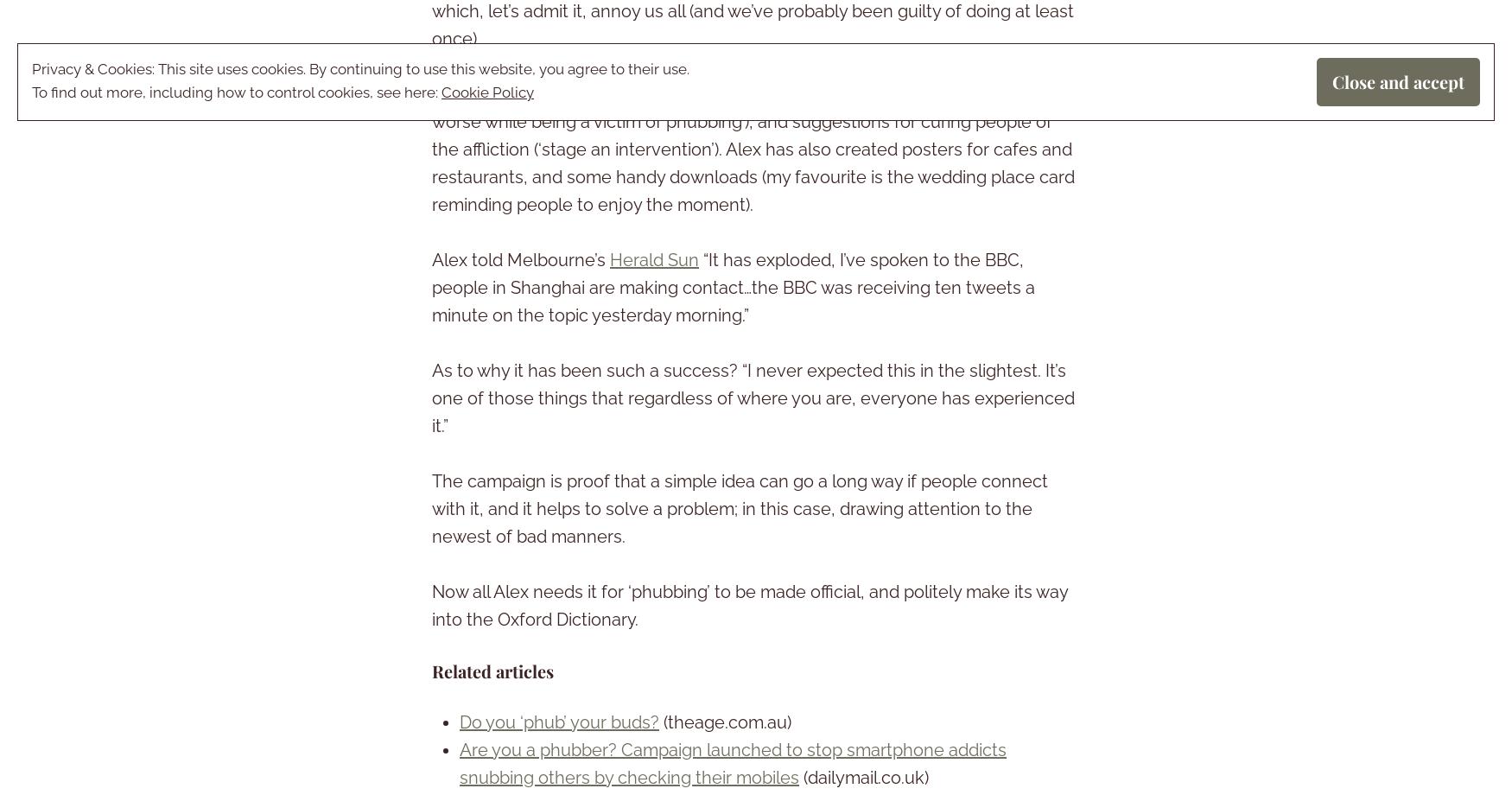  Describe the element at coordinates (863, 777) in the screenshot. I see `'(dailymail.co.uk)'` at that location.